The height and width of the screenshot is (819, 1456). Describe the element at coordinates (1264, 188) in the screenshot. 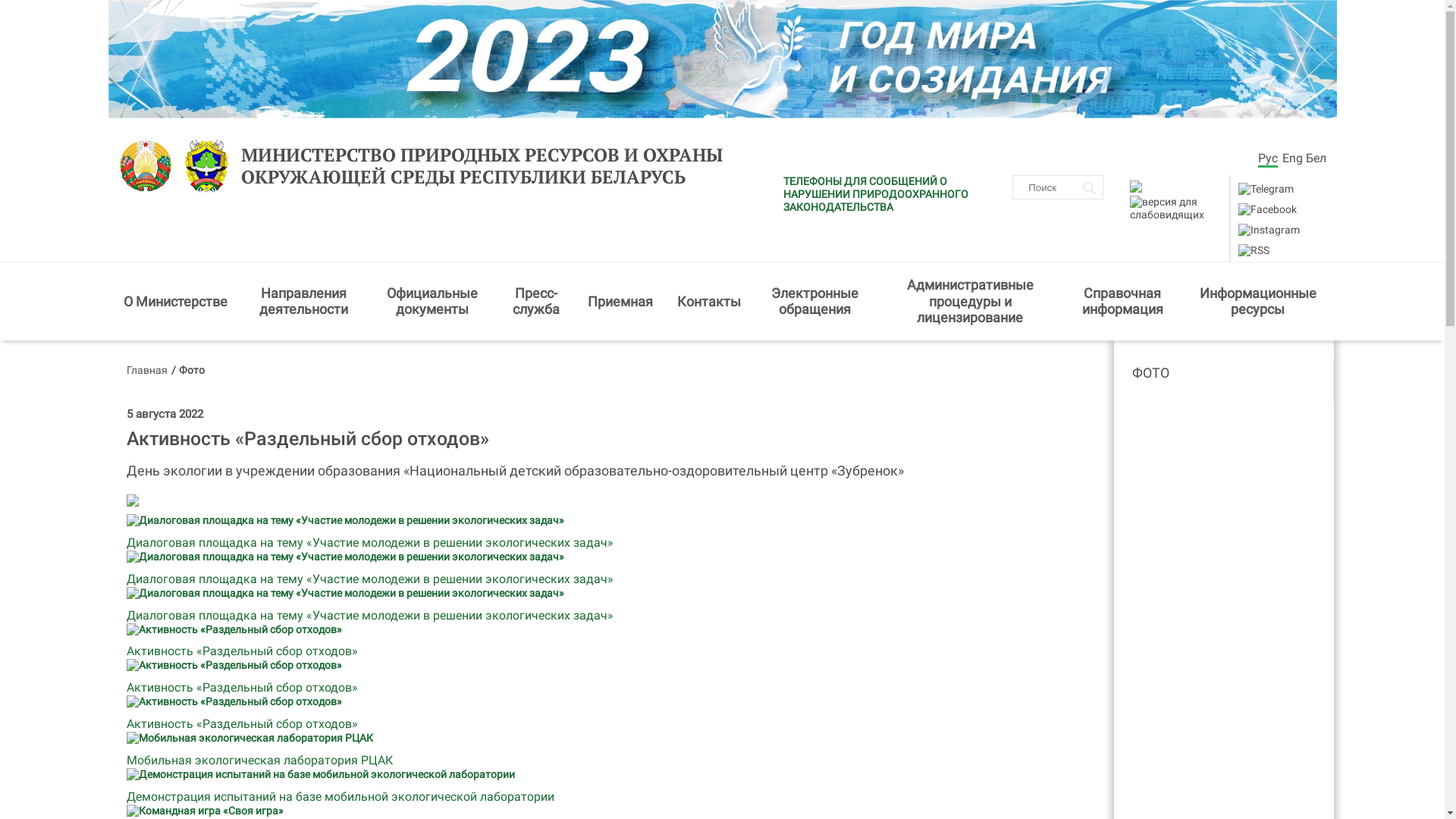

I see `'Telegram'` at that location.